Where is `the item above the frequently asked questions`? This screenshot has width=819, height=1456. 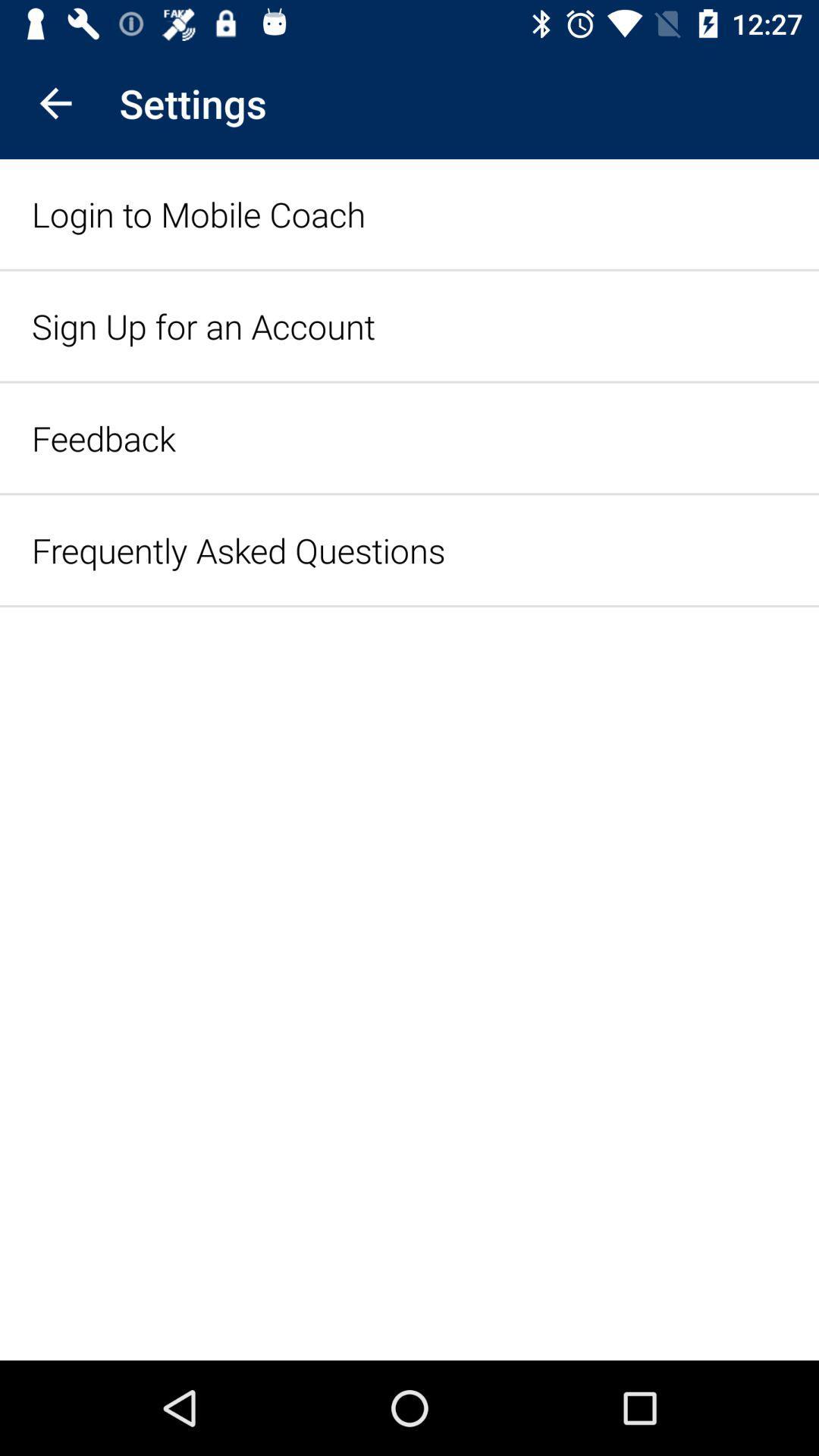 the item above the frequently asked questions is located at coordinates (102, 437).